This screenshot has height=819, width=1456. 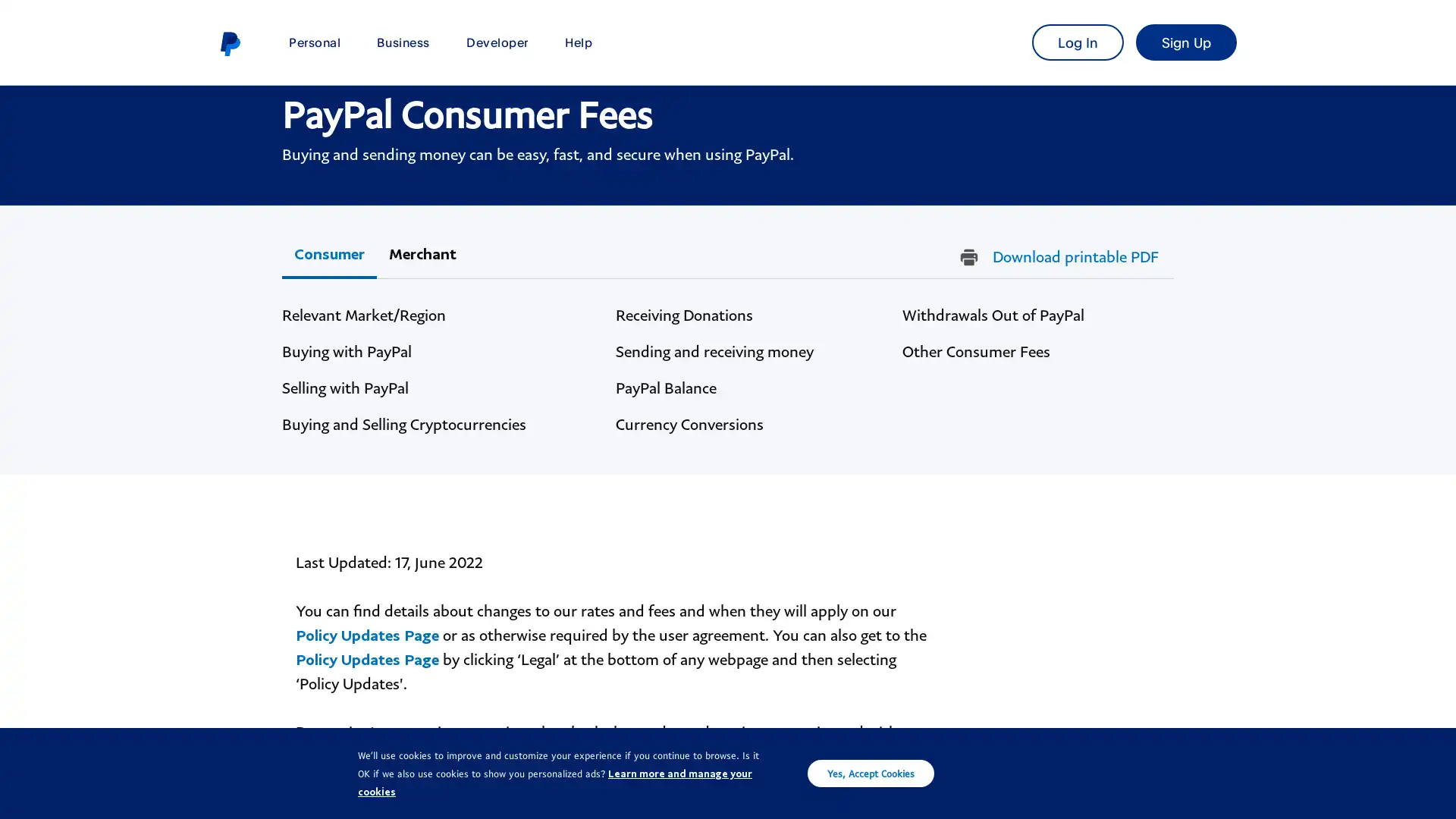 I want to click on Sign Up, so click(x=1185, y=42).